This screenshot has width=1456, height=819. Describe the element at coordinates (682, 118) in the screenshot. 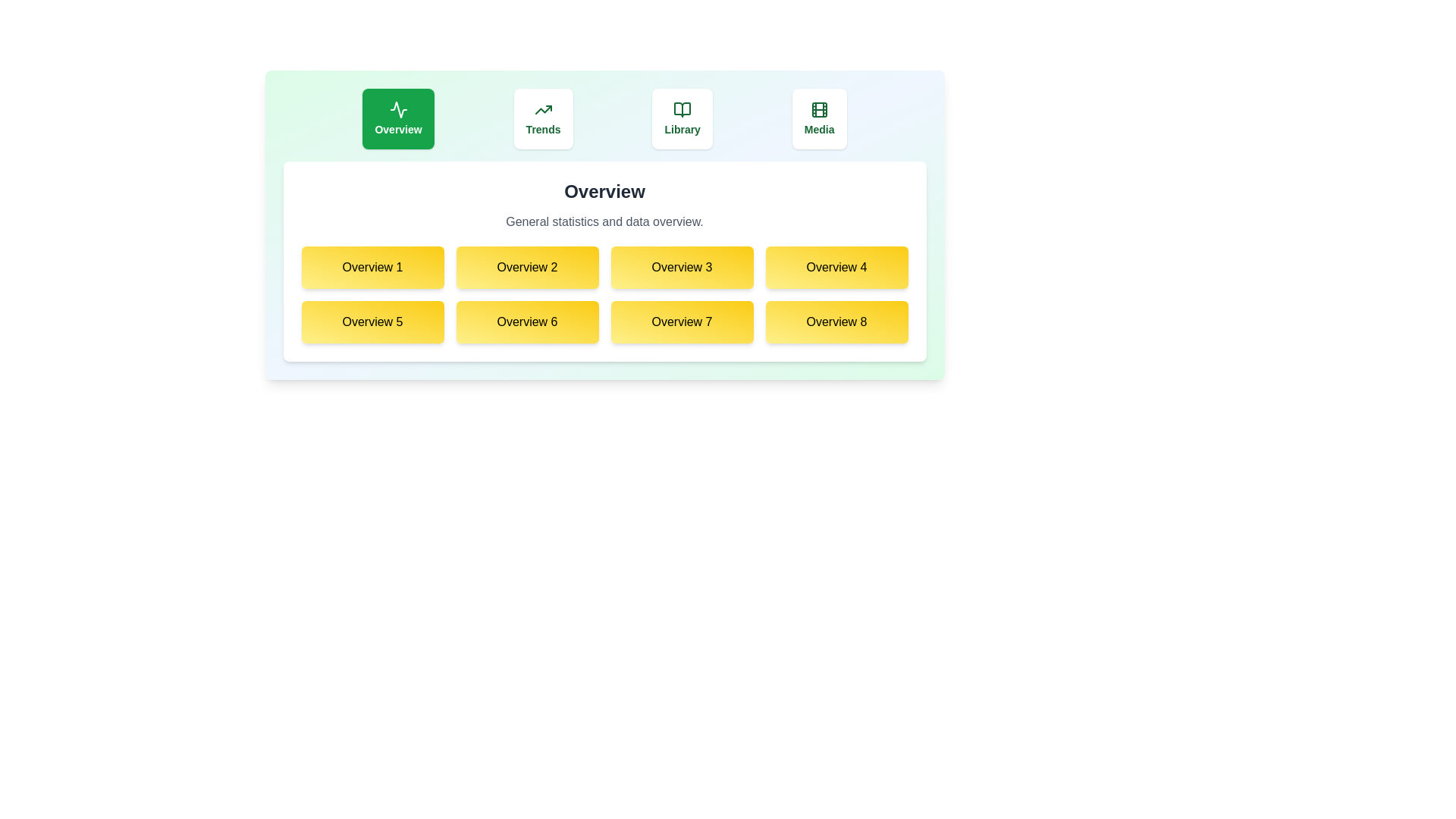

I see `the Library tab by clicking on it` at that location.